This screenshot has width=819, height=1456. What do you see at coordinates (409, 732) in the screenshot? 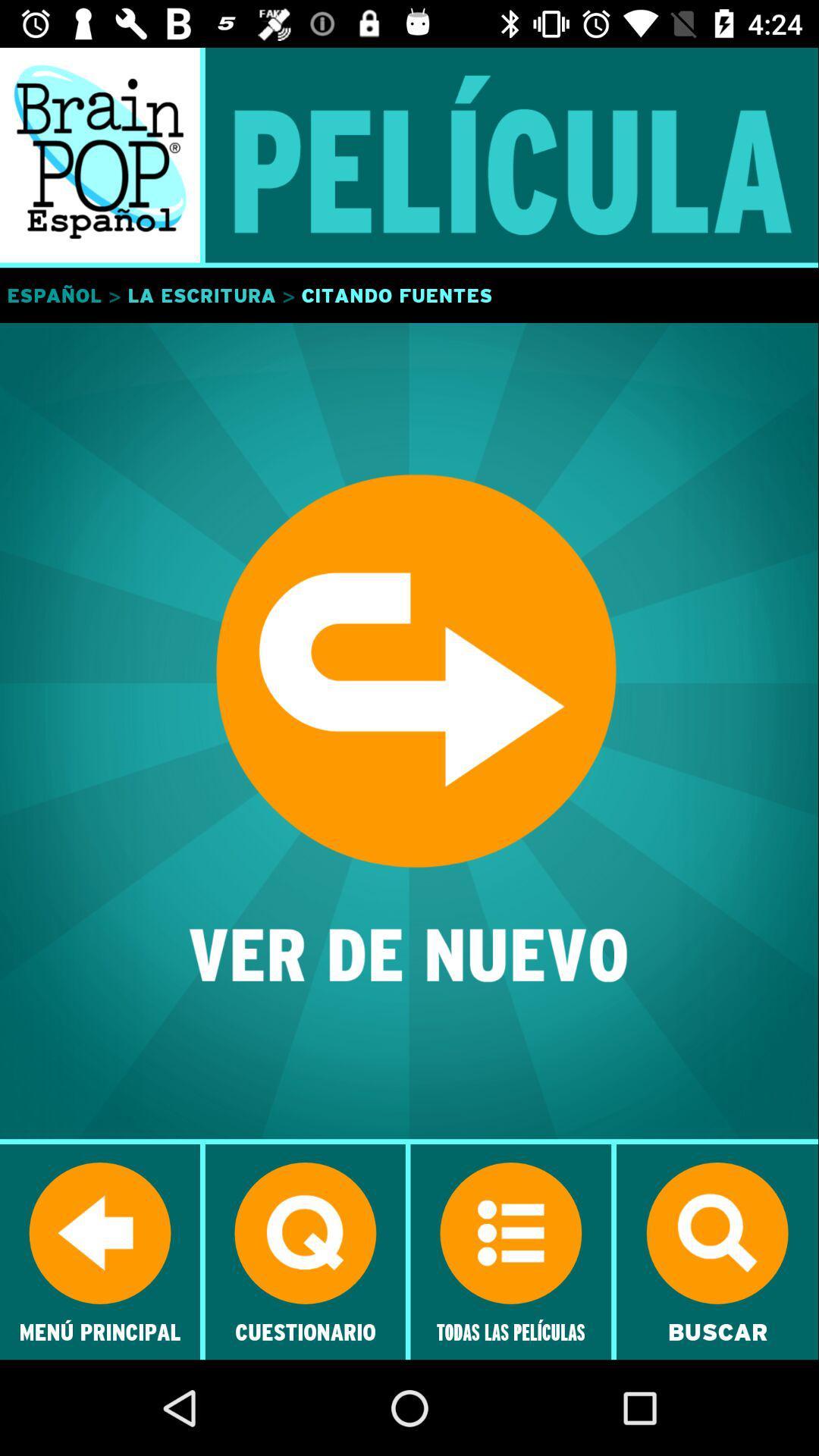
I see `watch again option` at bounding box center [409, 732].